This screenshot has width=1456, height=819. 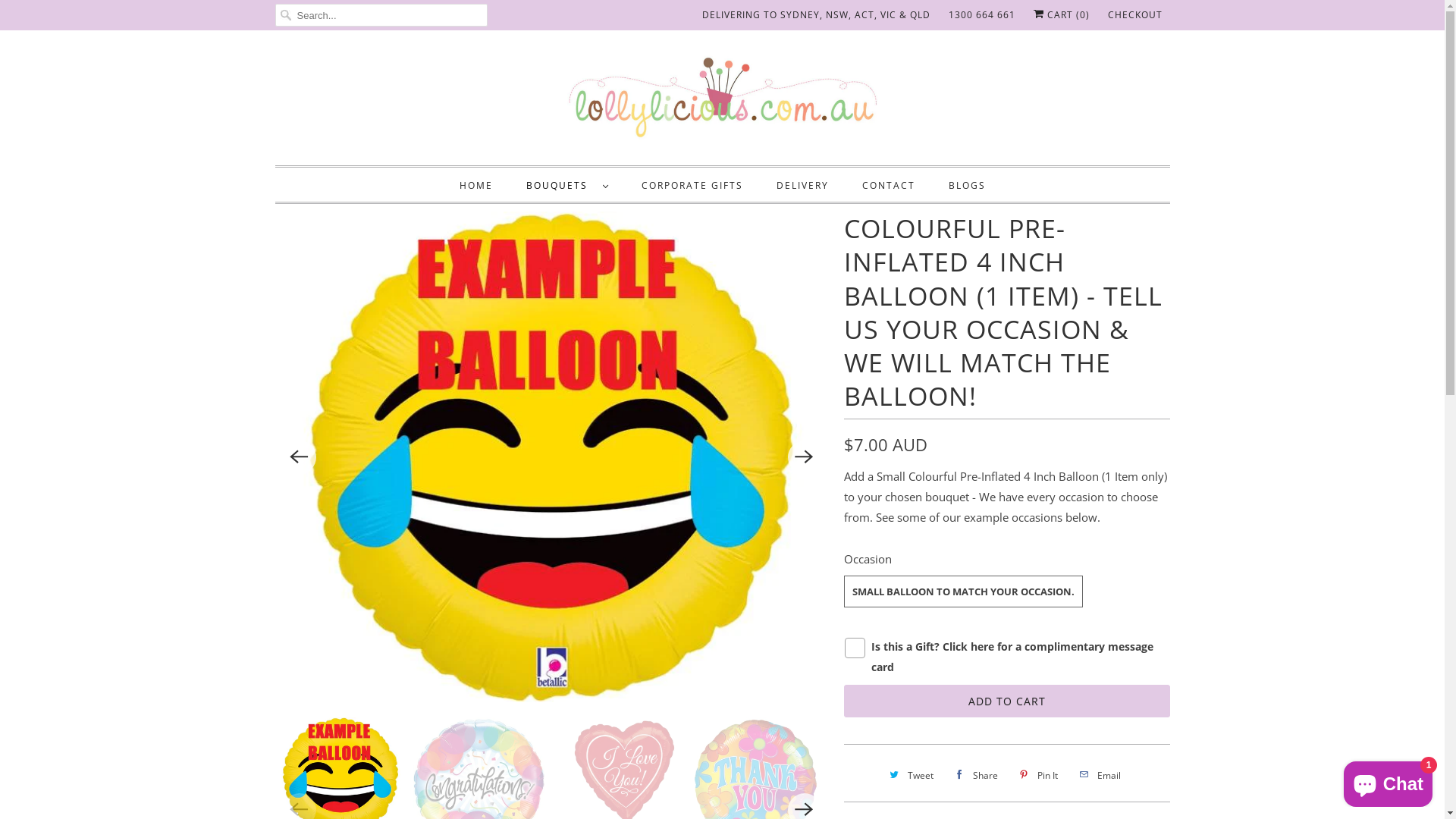 I want to click on 'DELIVERY', so click(x=802, y=184).